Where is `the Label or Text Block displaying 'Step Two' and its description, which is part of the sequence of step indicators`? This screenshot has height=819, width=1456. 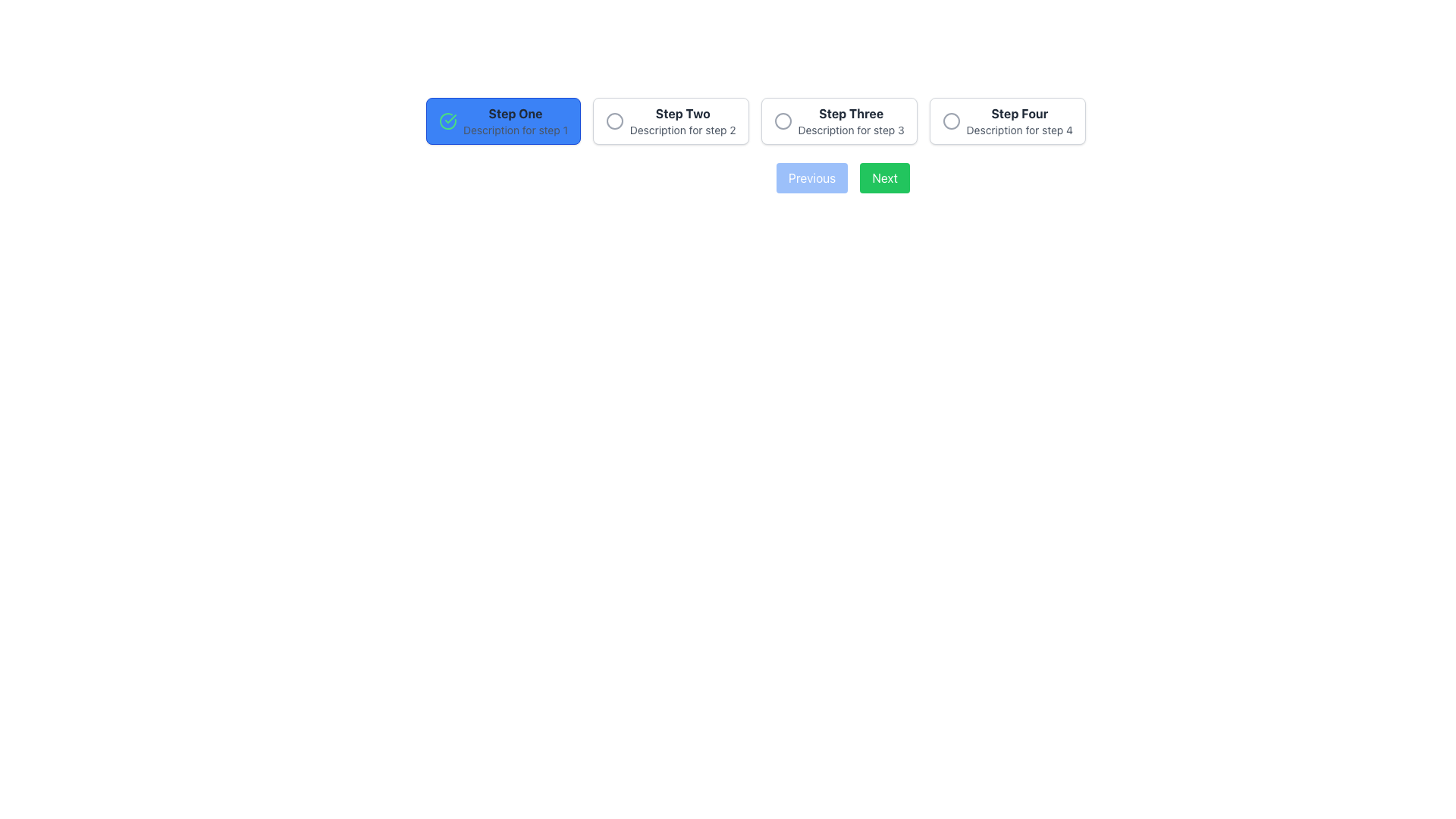
the Label or Text Block displaying 'Step Two' and its description, which is part of the sequence of step indicators is located at coordinates (682, 120).